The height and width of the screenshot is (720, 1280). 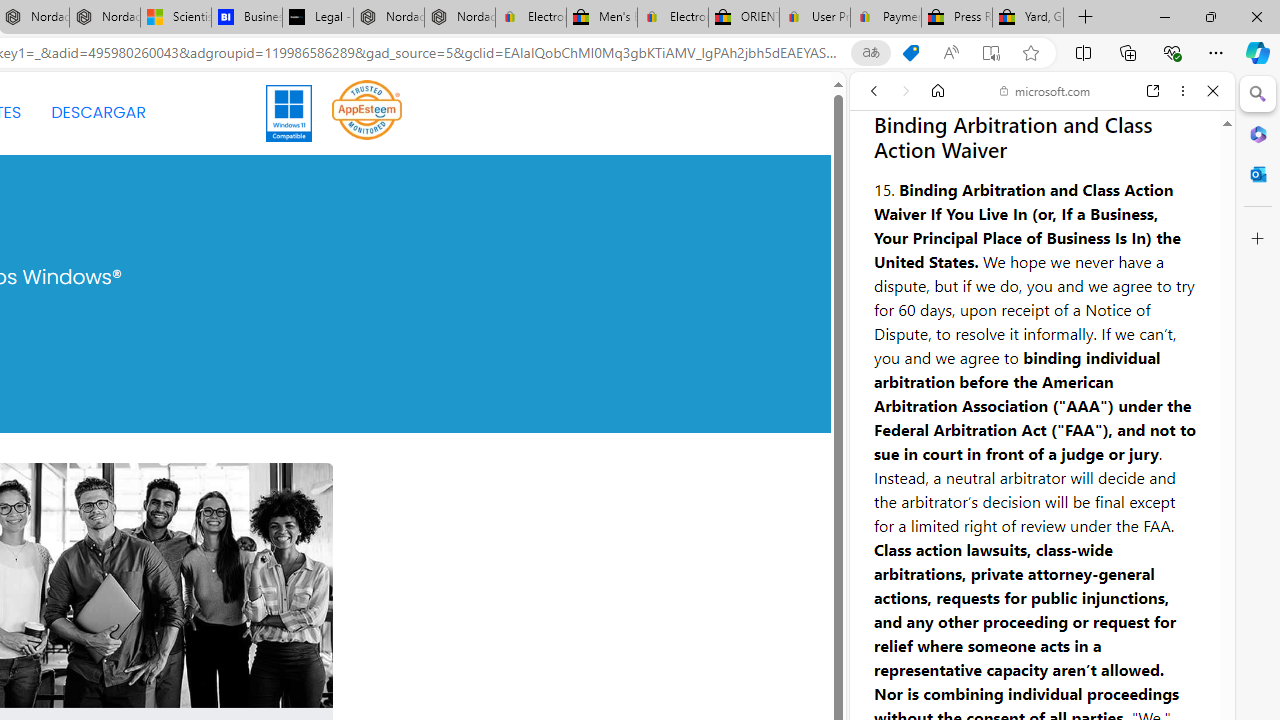 What do you see at coordinates (1044, 91) in the screenshot?
I see `'microsoft.com'` at bounding box center [1044, 91].